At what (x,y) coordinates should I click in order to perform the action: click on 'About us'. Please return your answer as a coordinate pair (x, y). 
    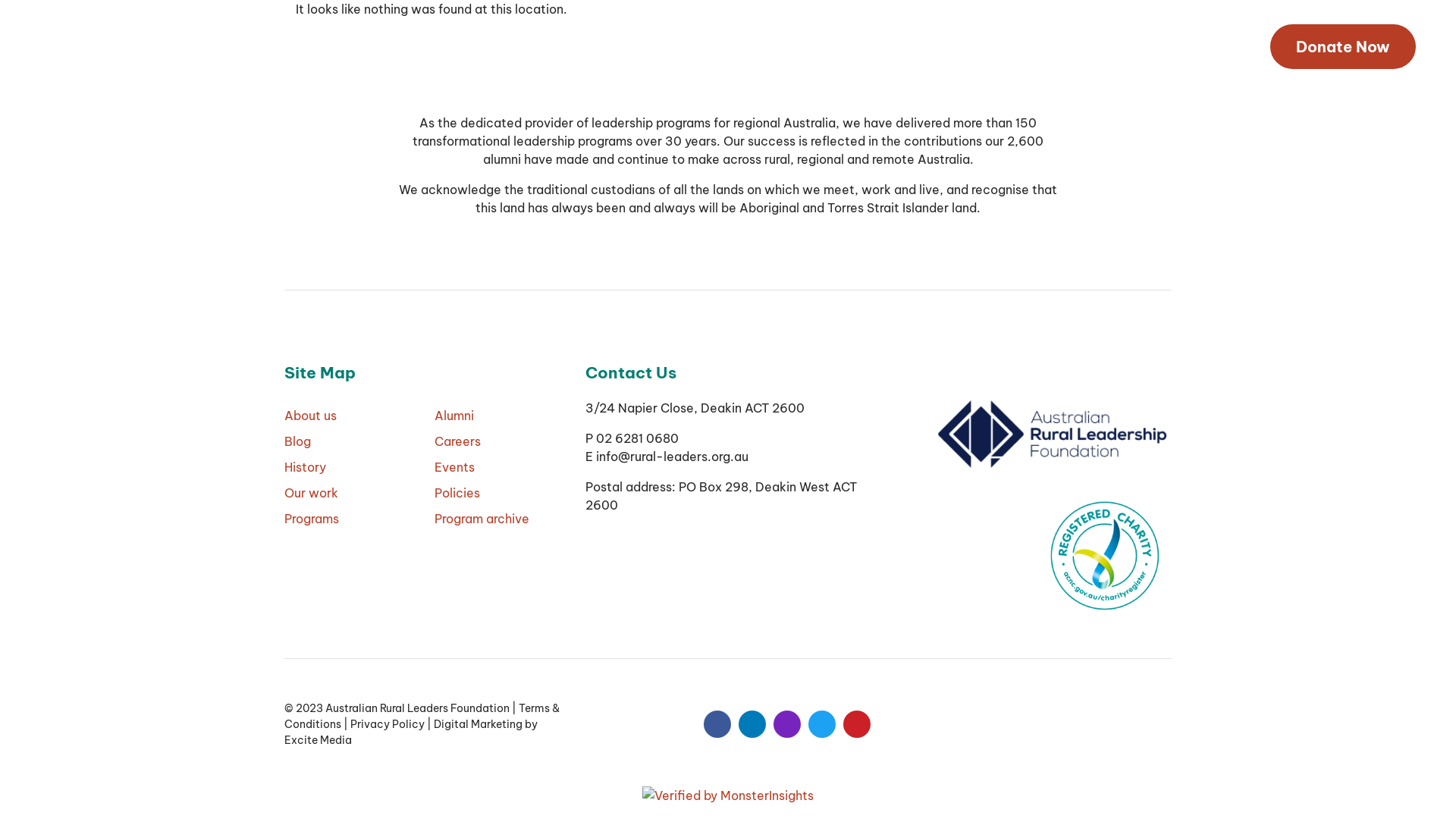
    Looking at the image, I should click on (351, 415).